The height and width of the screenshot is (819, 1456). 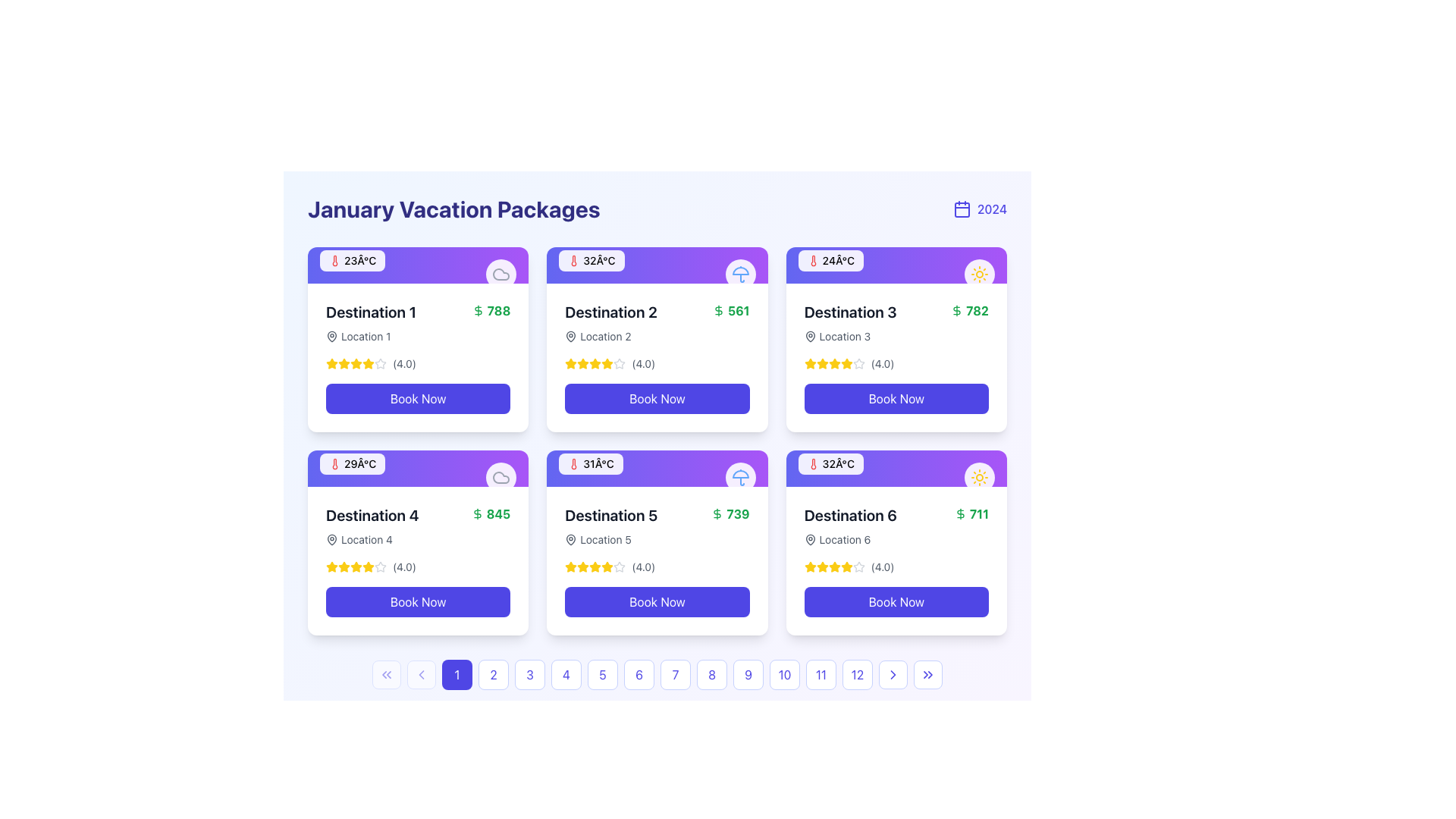 What do you see at coordinates (530, 674) in the screenshot?
I see `the third button in the pagination bar to observe potential hover effects` at bounding box center [530, 674].